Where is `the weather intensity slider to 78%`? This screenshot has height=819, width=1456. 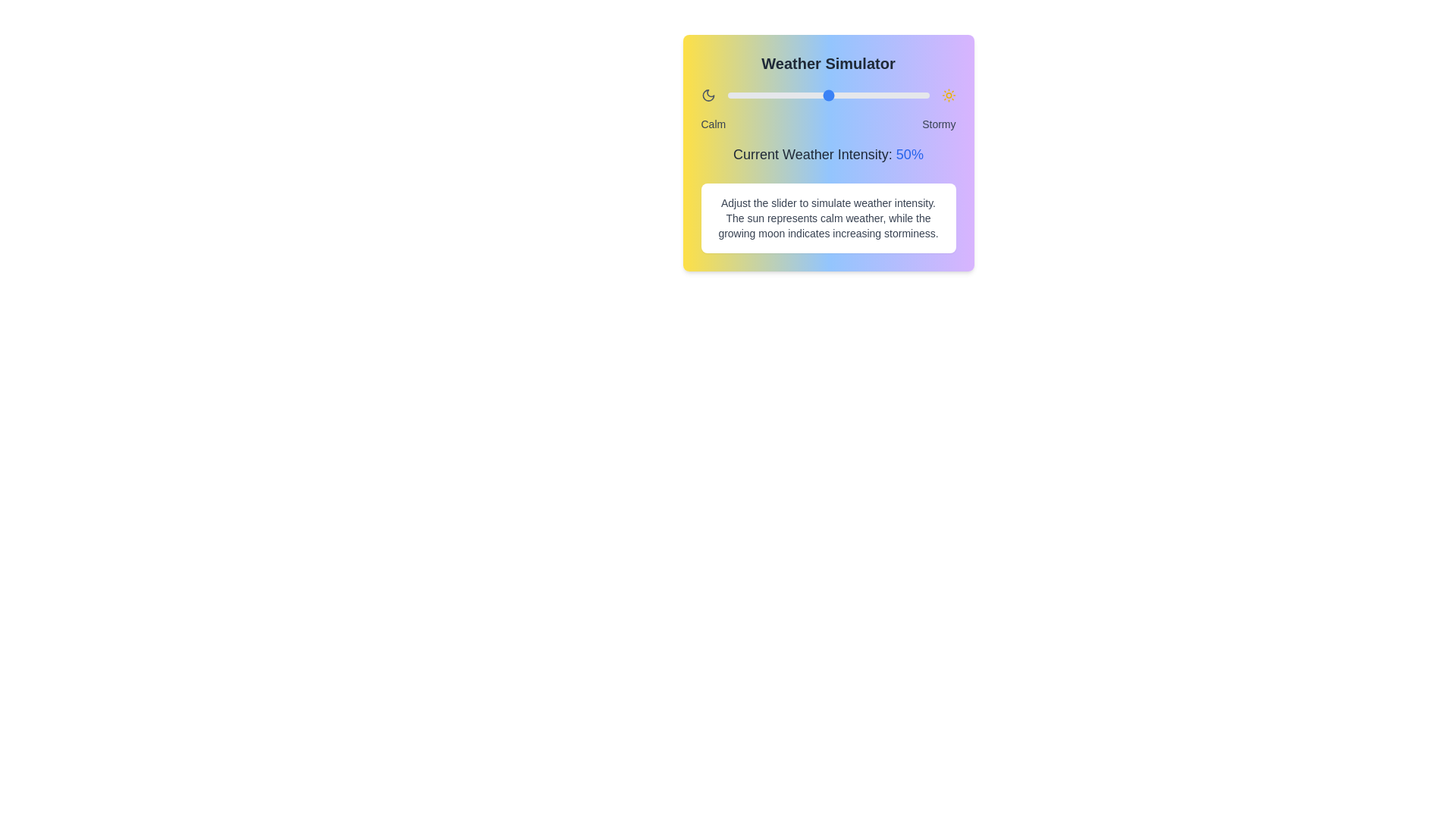 the weather intensity slider to 78% is located at coordinates (884, 96).